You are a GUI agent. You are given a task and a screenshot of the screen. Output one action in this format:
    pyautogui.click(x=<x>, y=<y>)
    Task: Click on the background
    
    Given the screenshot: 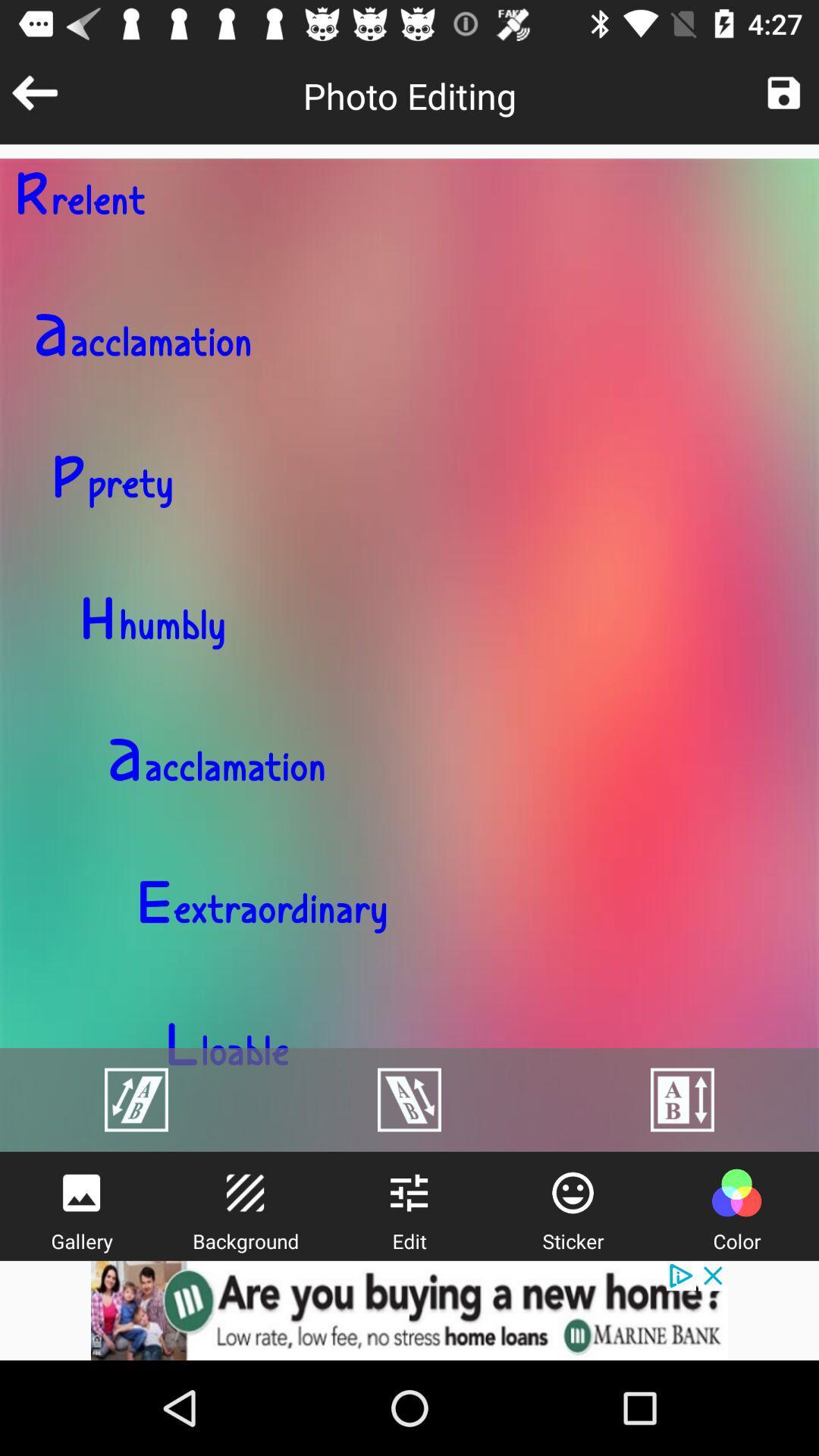 What is the action you would take?
    pyautogui.click(x=244, y=1192)
    